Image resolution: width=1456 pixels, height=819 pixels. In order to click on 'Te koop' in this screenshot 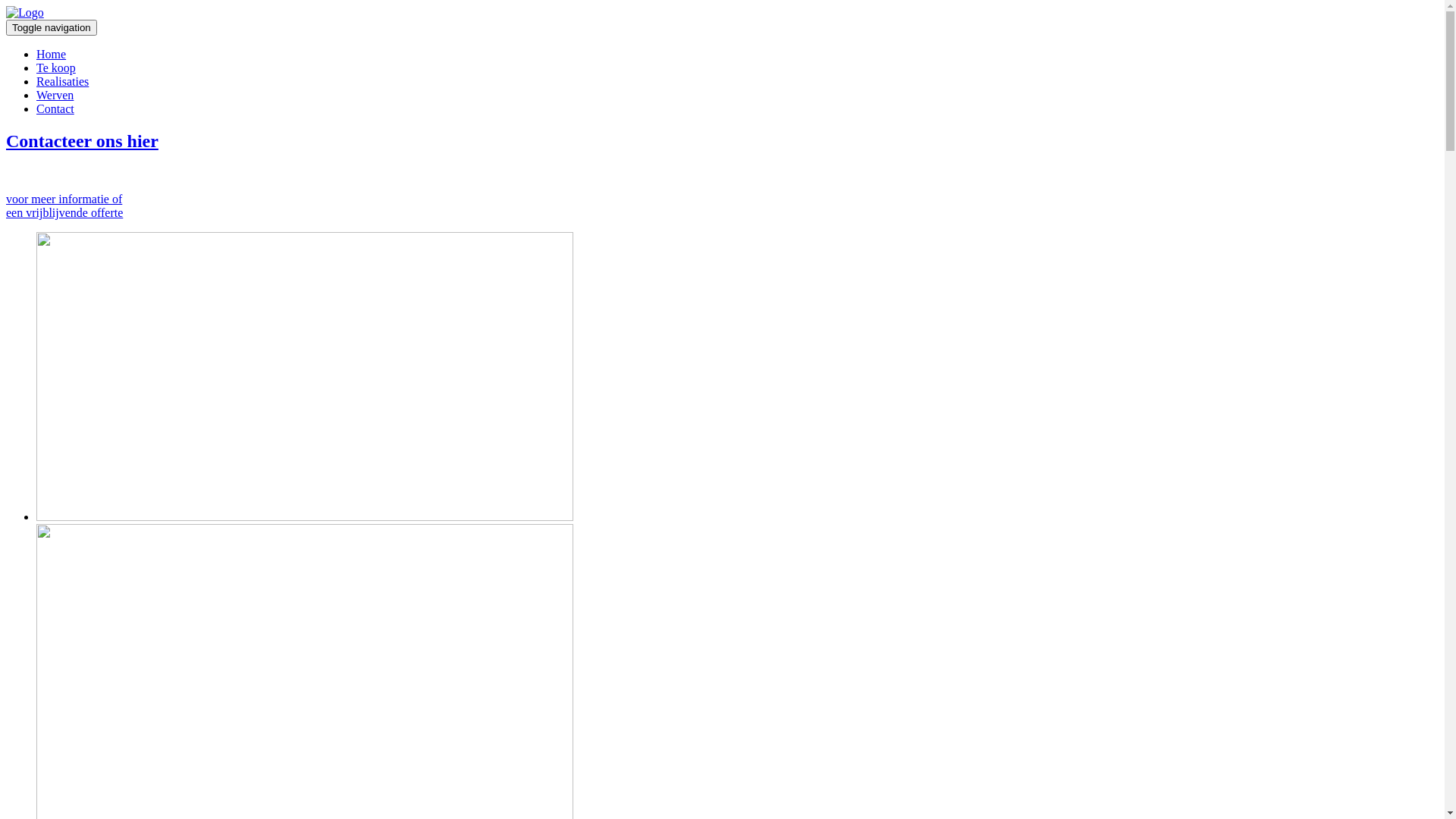, I will do `click(55, 67)`.